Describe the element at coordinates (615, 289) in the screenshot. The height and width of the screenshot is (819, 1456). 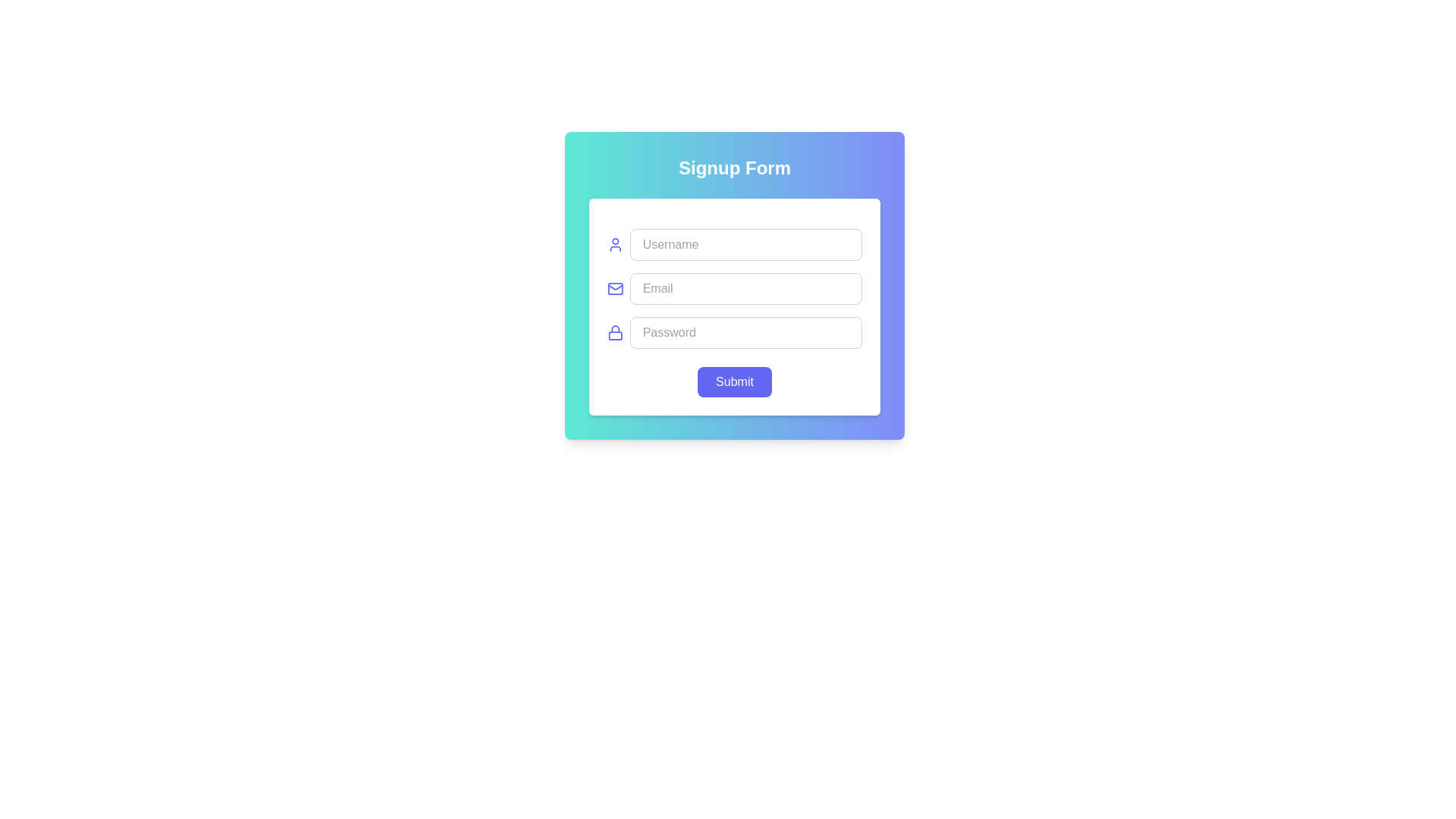
I see `the SVG-based mail envelope icon positioned next to the 'Email' input field, which has rounded corners and a transparent background` at that location.